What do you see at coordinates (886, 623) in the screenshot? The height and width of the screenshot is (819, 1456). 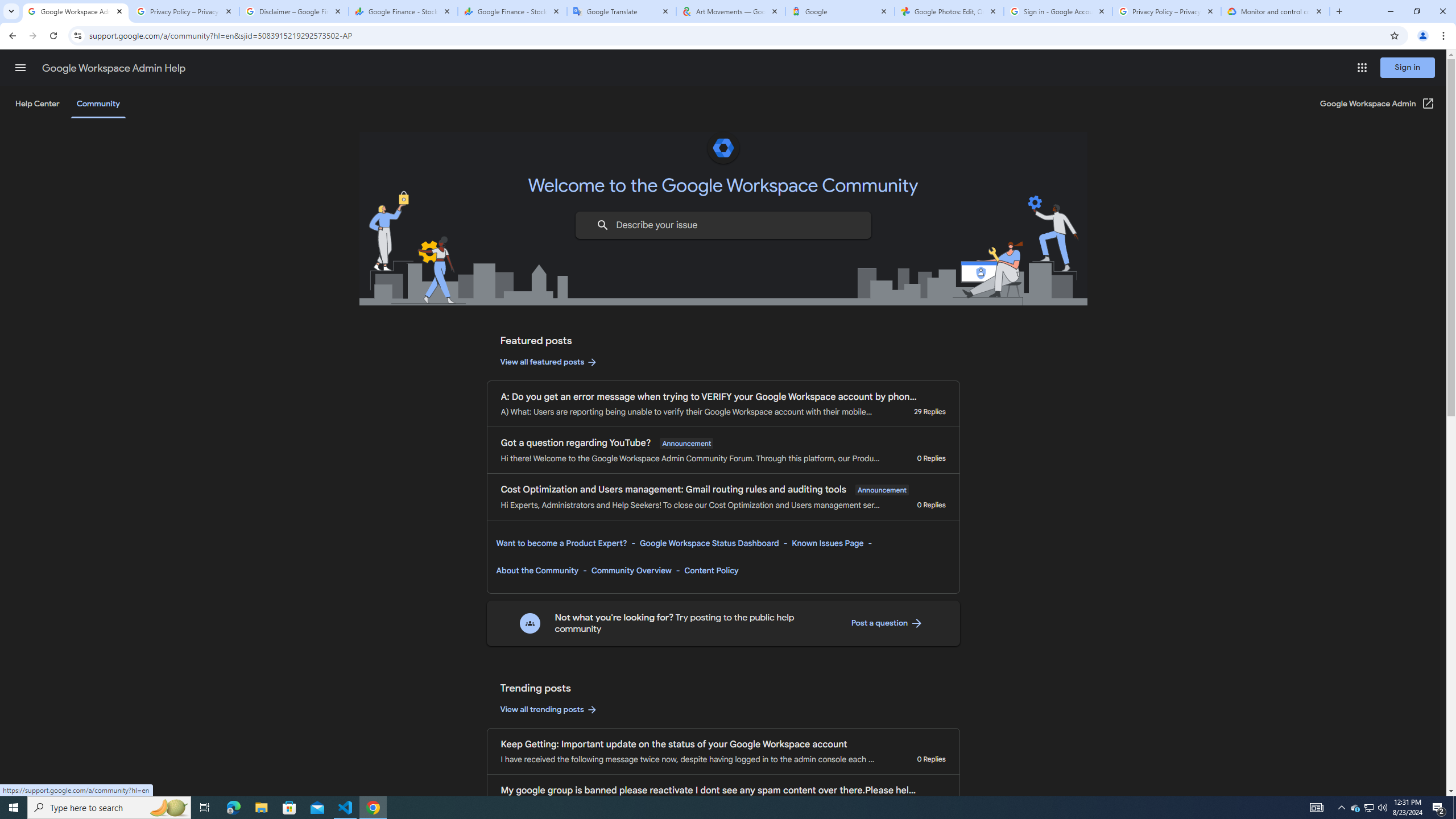 I see `'Post a question '` at bounding box center [886, 623].